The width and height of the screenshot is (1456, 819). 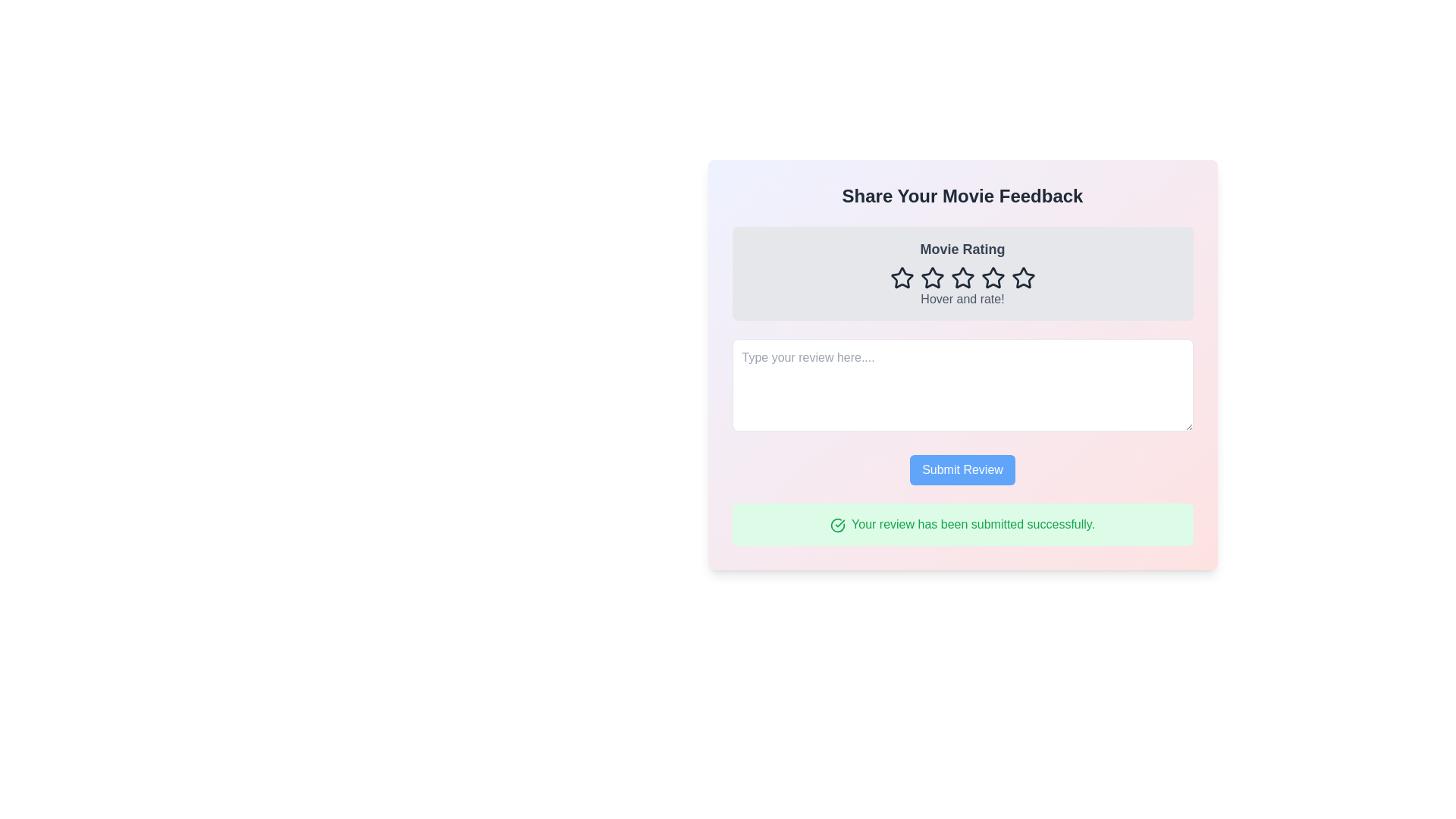 I want to click on the rectangular 'Submit Review' button with a blue background, so click(x=962, y=469).